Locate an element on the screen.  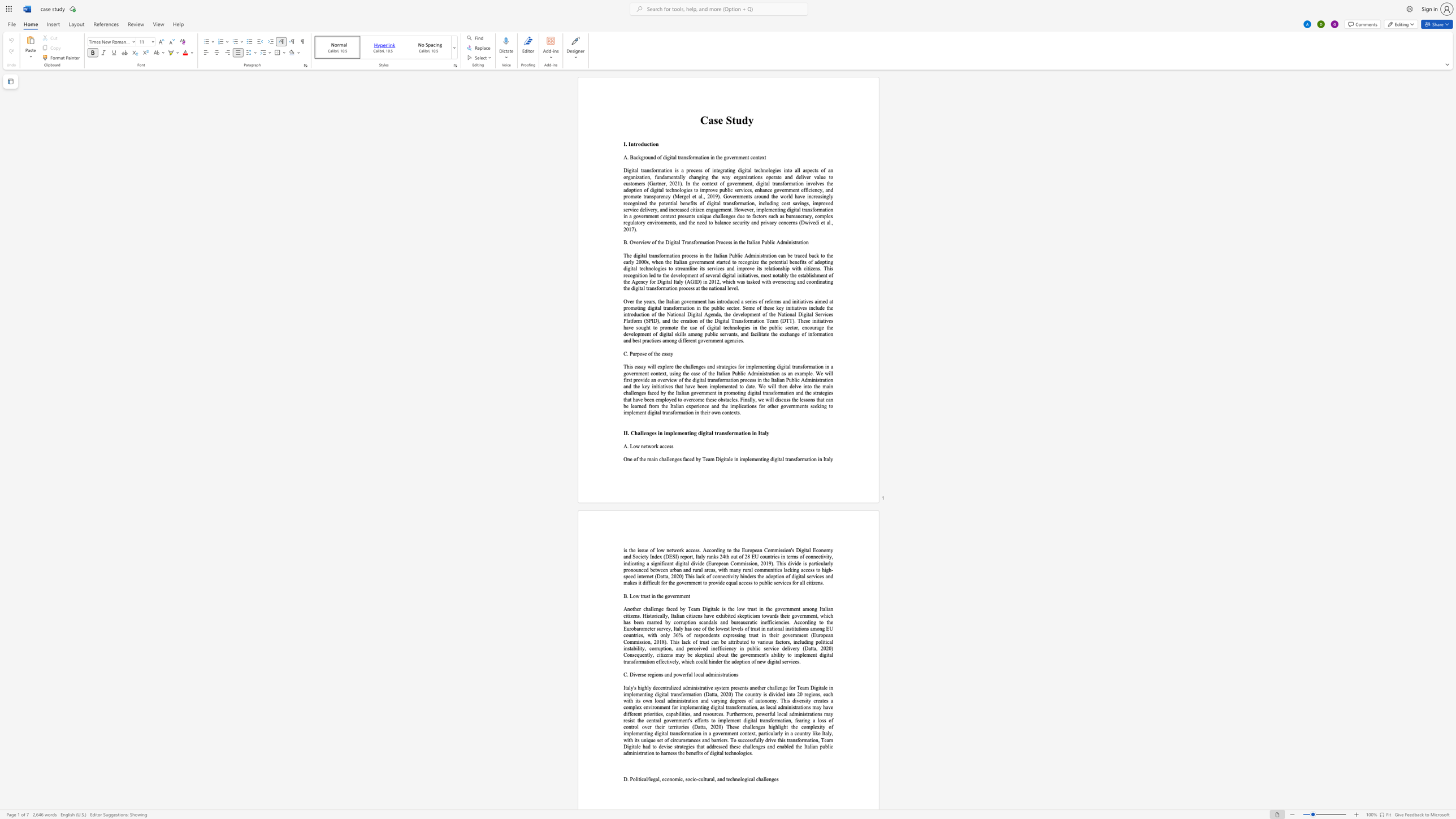
the 2th character "c" in the text is located at coordinates (665, 445).